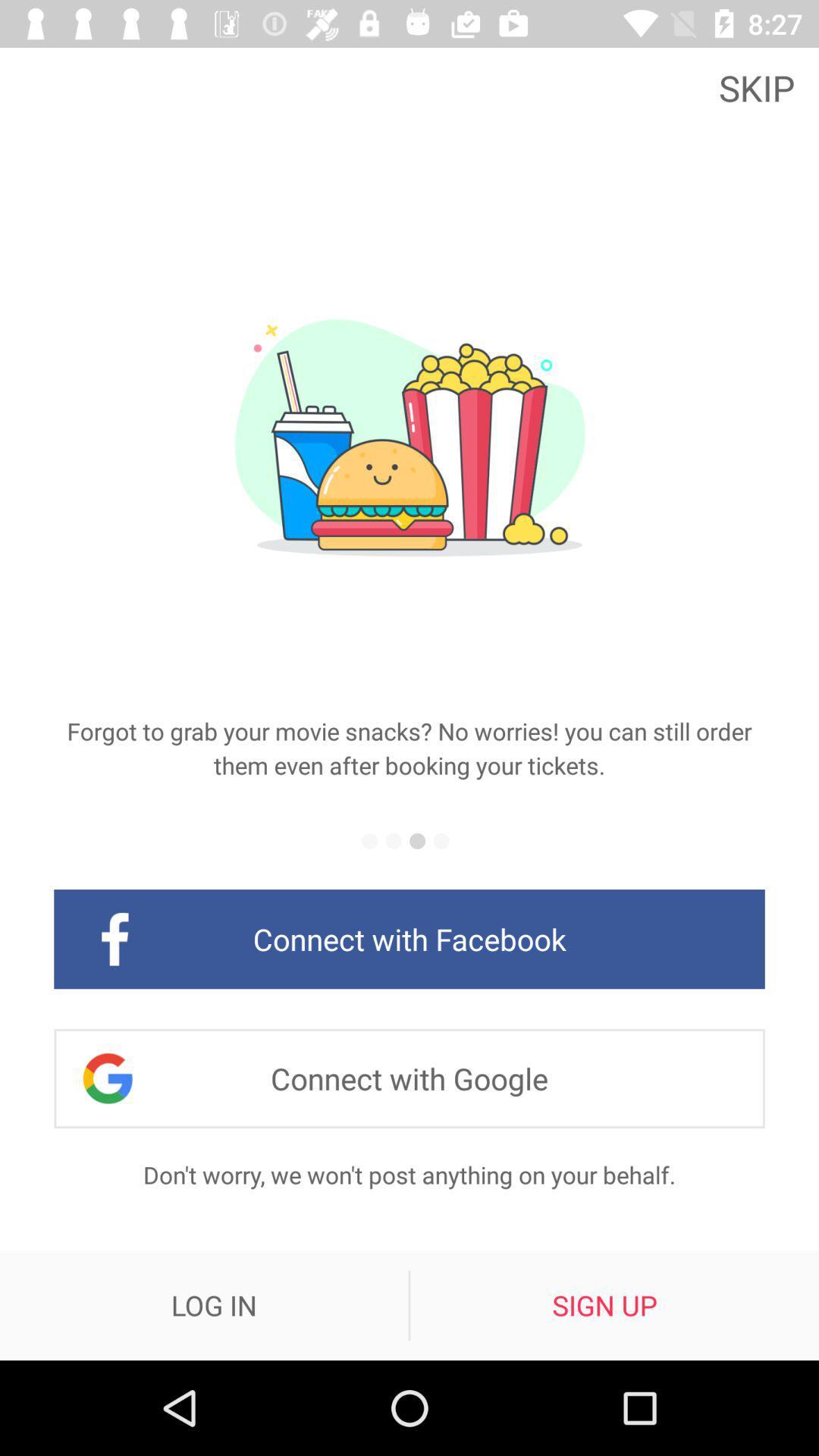  I want to click on the icon below the don t worry icon, so click(214, 1304).